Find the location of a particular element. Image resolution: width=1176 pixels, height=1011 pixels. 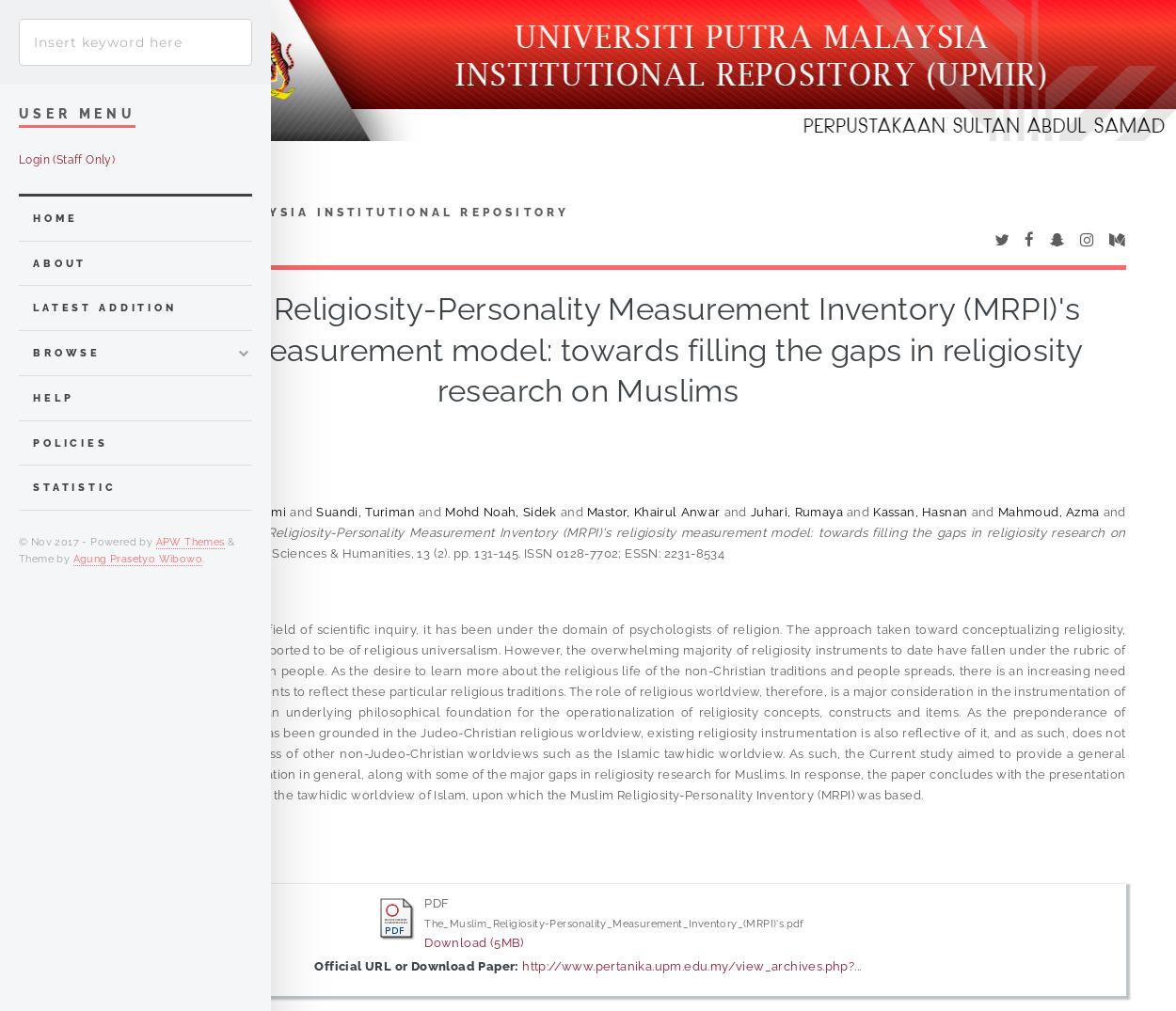

'Hamzah, Azimi' is located at coordinates (241, 511).